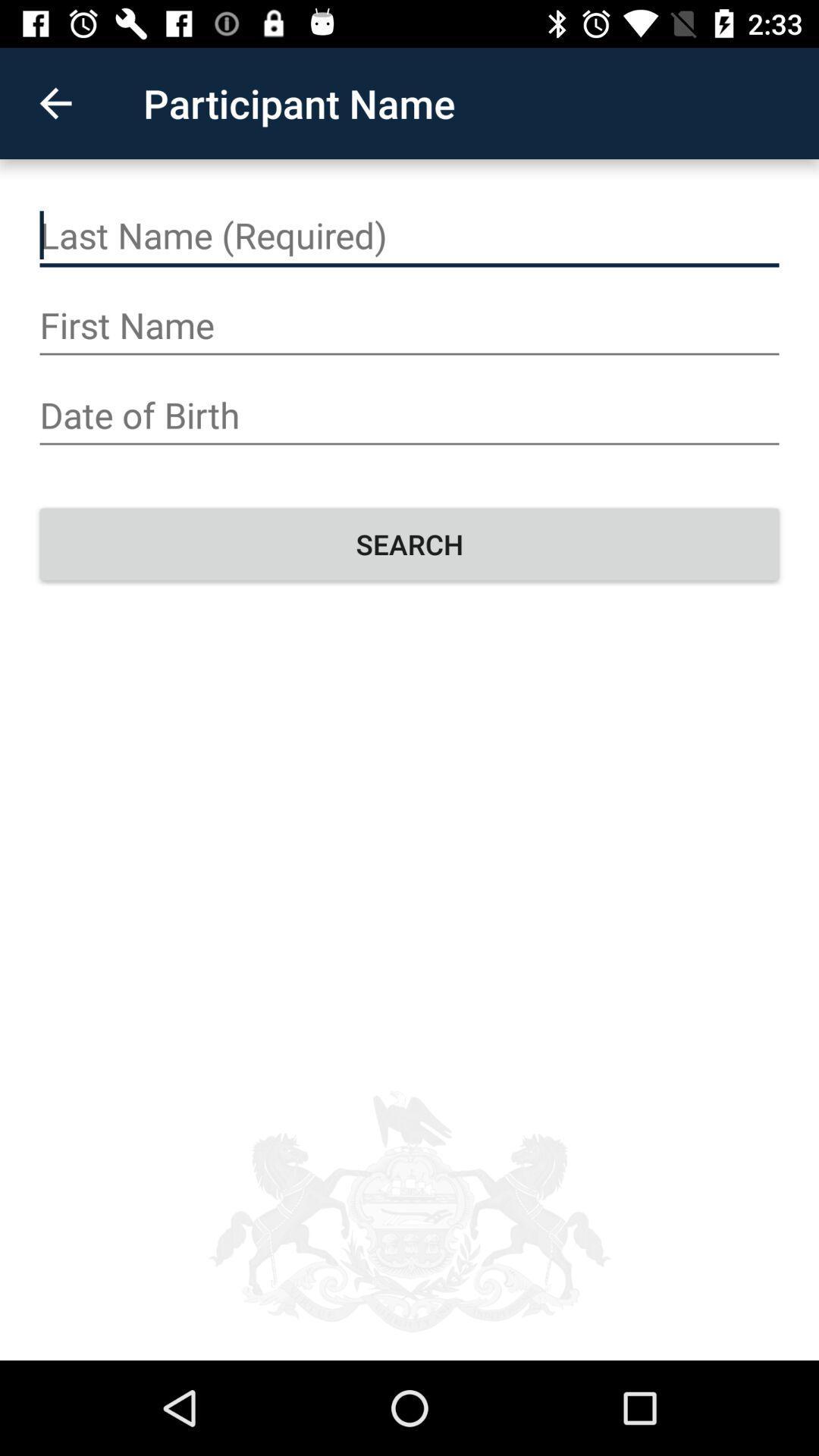  What do you see at coordinates (55, 102) in the screenshot?
I see `the icon at the top left corner` at bounding box center [55, 102].